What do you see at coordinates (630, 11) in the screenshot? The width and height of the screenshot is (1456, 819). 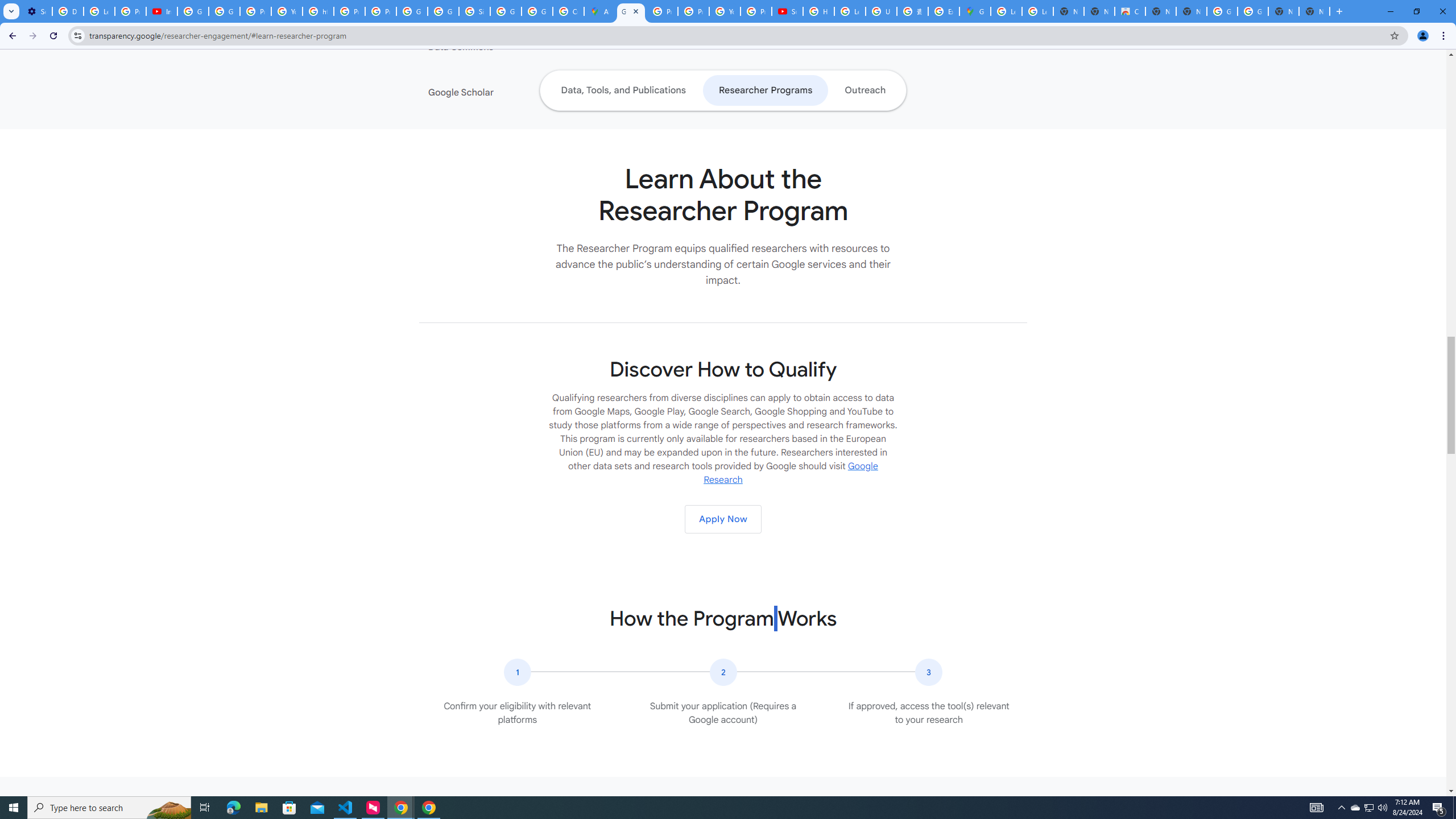 I see `'Google Researcher Engagement - Transparency Center'` at bounding box center [630, 11].